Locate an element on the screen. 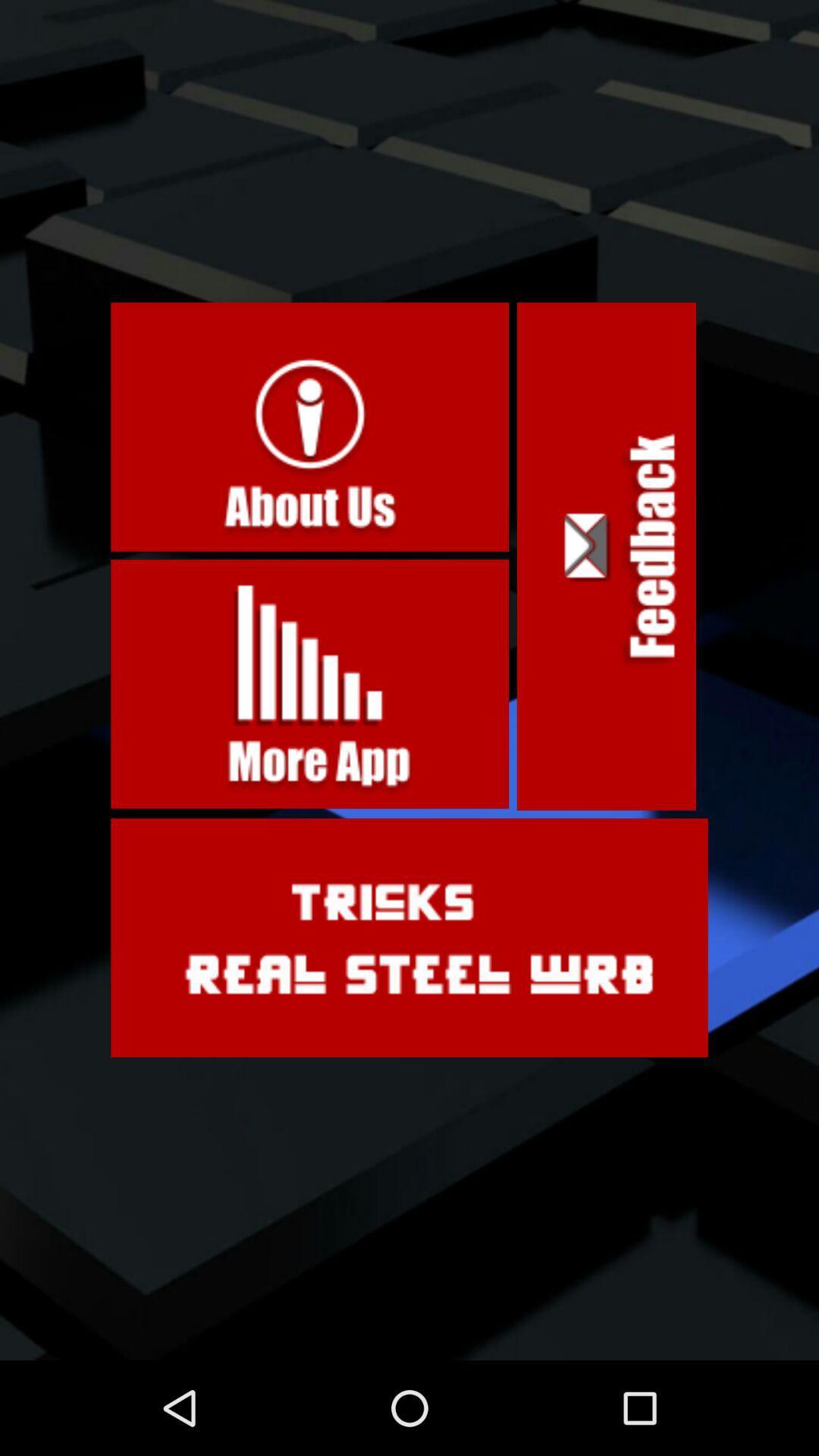 The width and height of the screenshot is (819, 1456). the icon on the right is located at coordinates (605, 555).